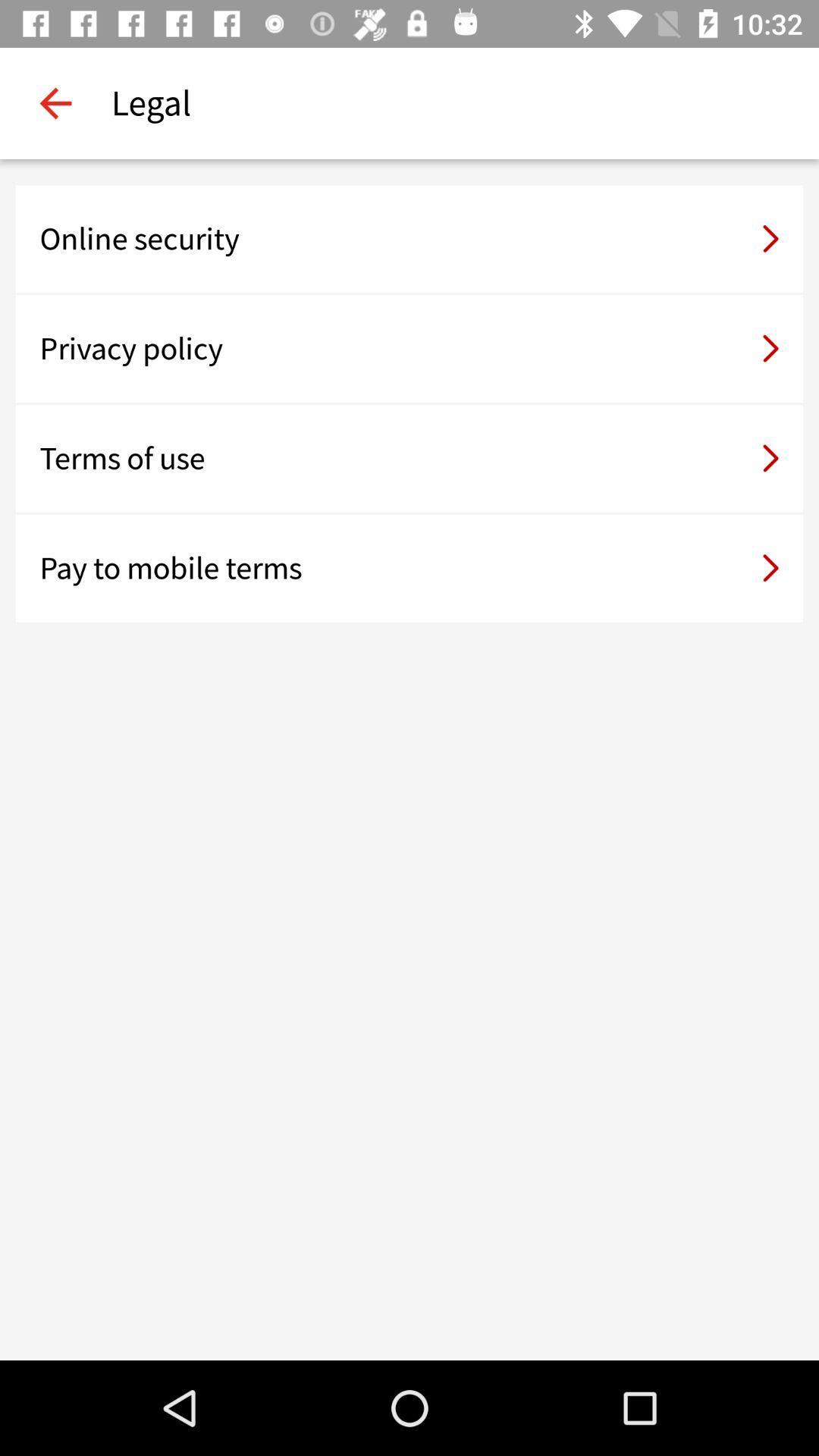  Describe the element at coordinates (409, 567) in the screenshot. I see `the pay to mobile` at that location.